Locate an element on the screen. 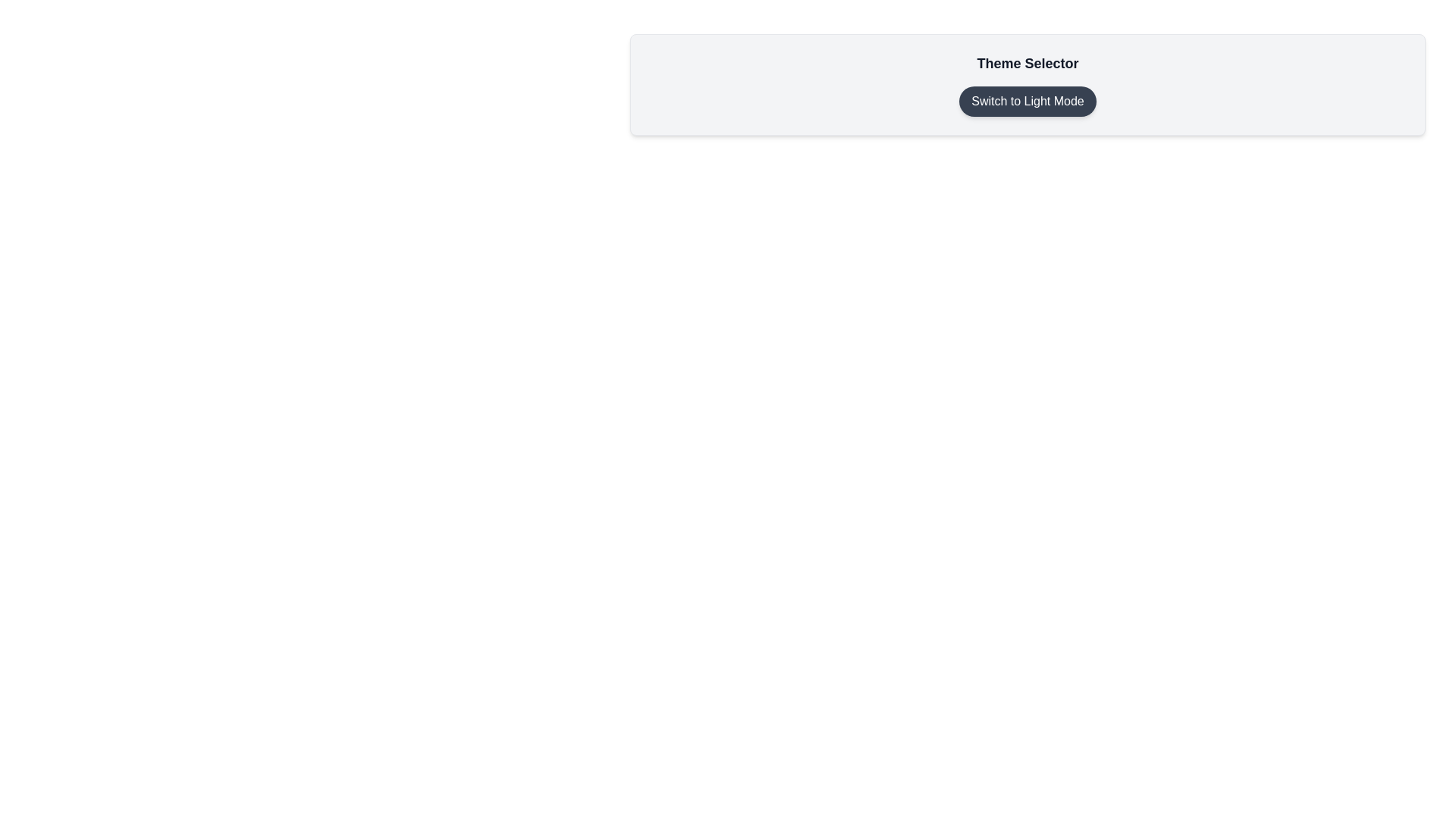  the button labeled 'Switch to Light Mode' to toggle the theme mode is located at coordinates (1028, 102).